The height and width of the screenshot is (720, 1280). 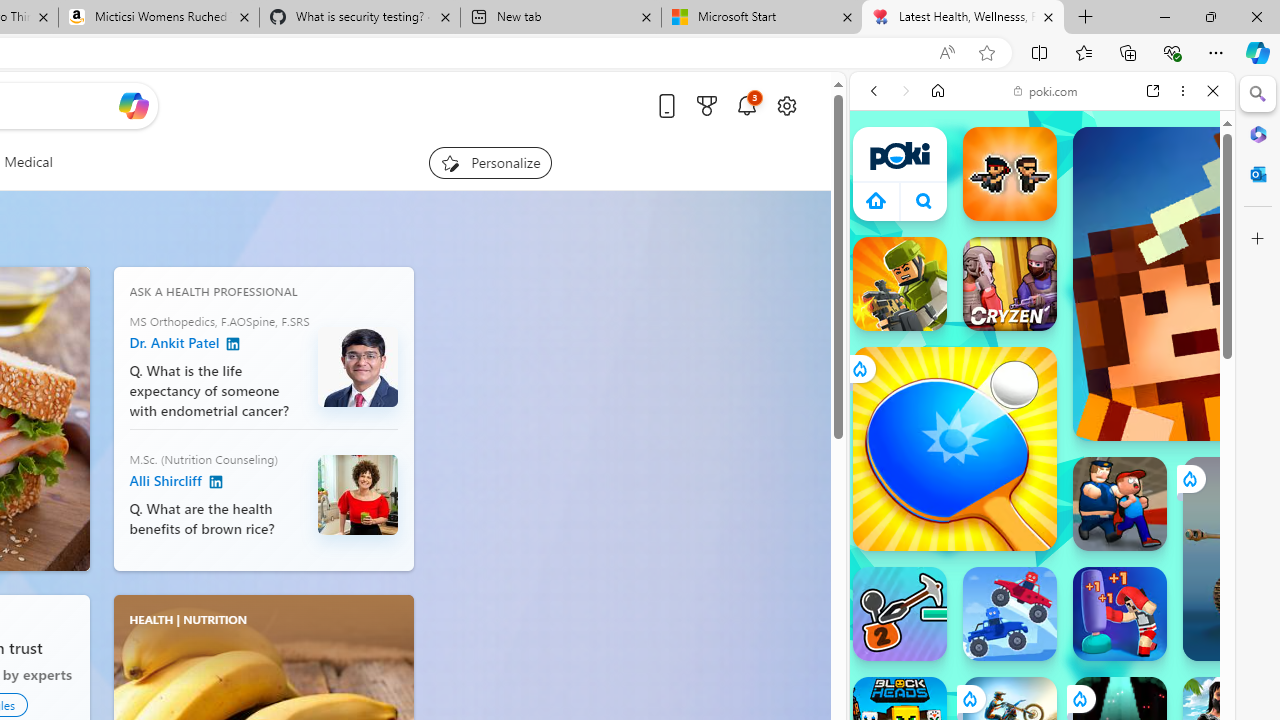 What do you see at coordinates (923, 200) in the screenshot?
I see `'Class: B_5ykBA46kDOxiz_R9wm'` at bounding box center [923, 200].